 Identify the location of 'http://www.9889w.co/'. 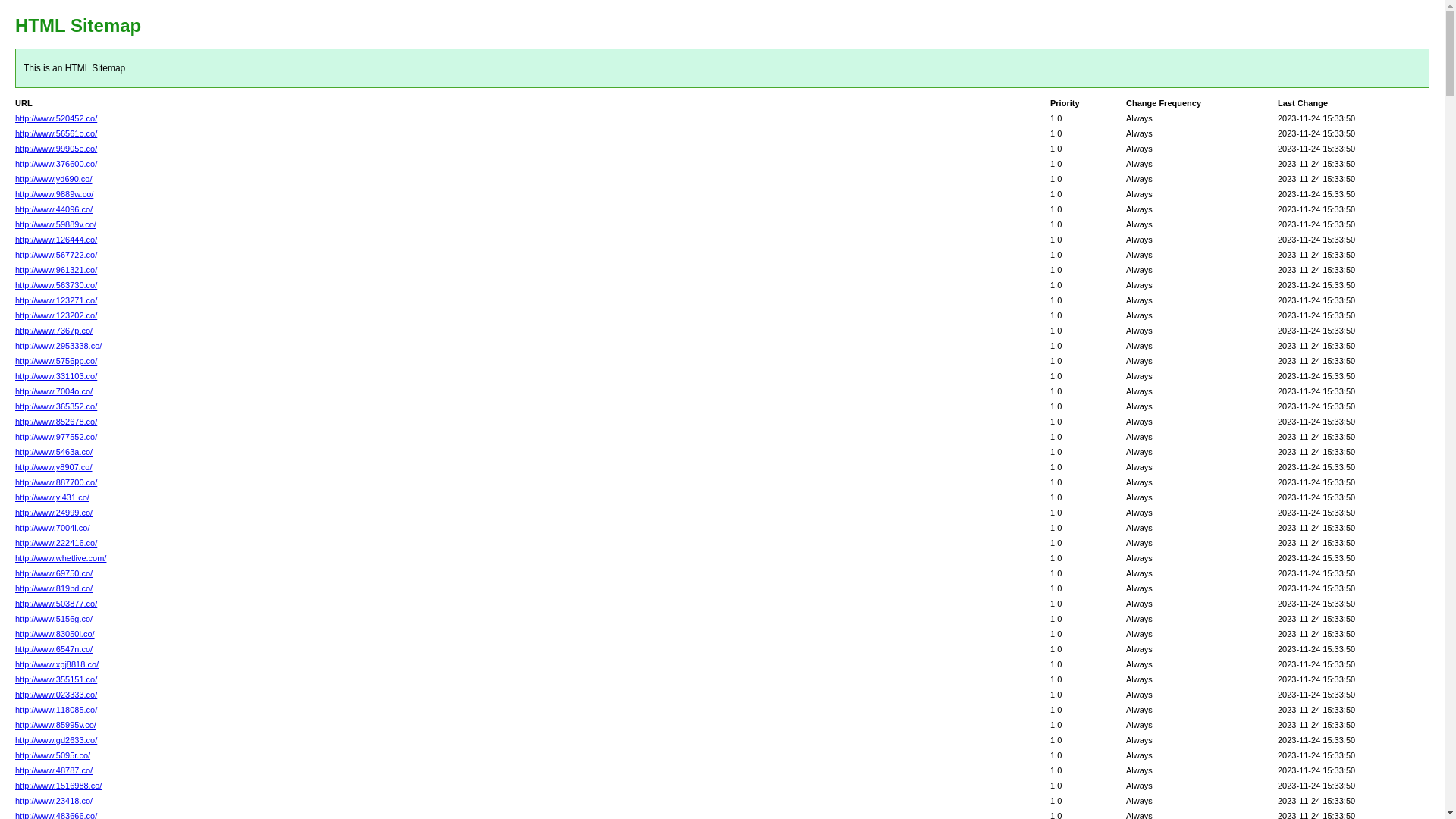
(14, 193).